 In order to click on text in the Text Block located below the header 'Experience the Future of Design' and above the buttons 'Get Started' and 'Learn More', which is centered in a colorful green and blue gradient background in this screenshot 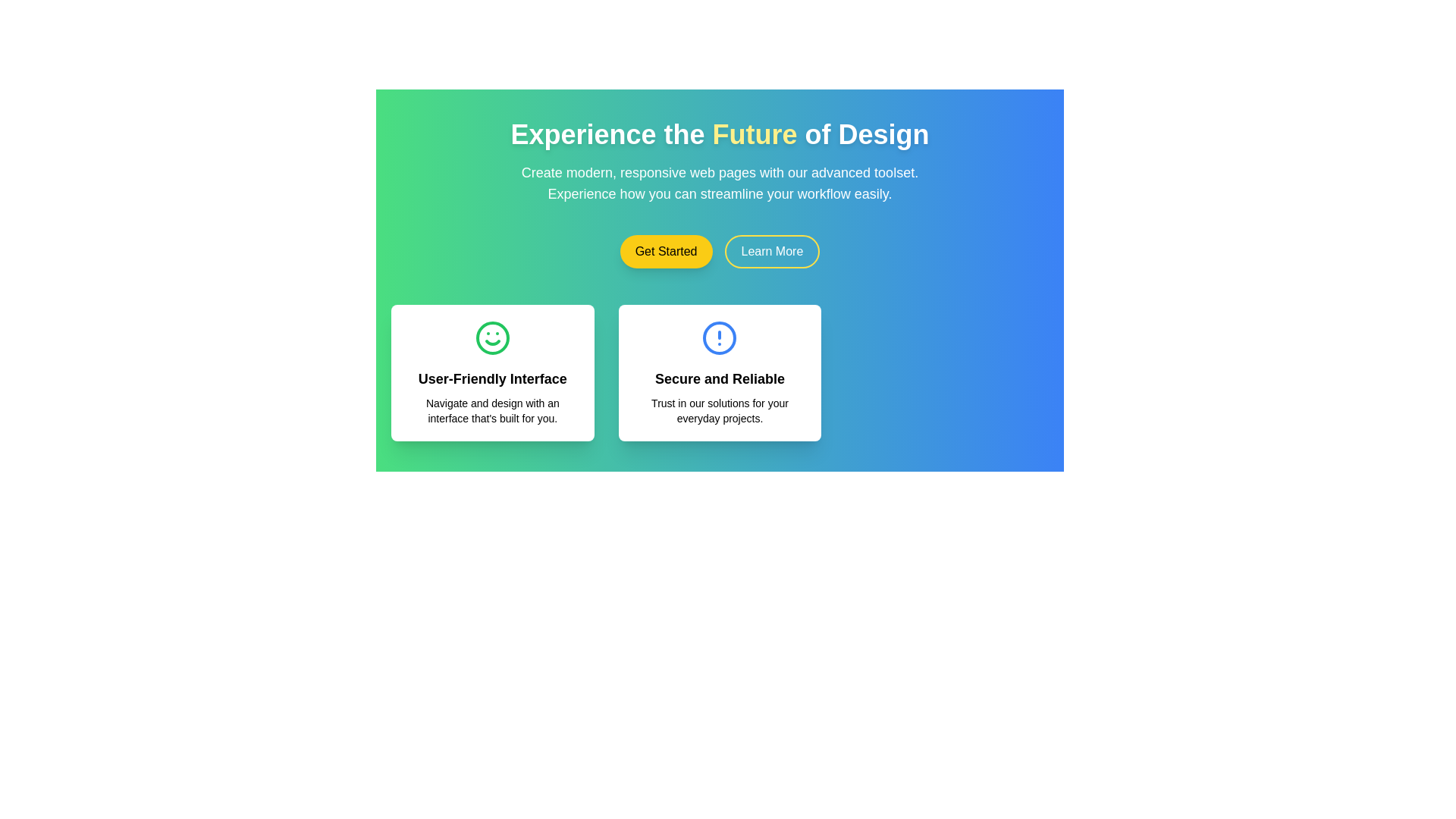, I will do `click(719, 183)`.